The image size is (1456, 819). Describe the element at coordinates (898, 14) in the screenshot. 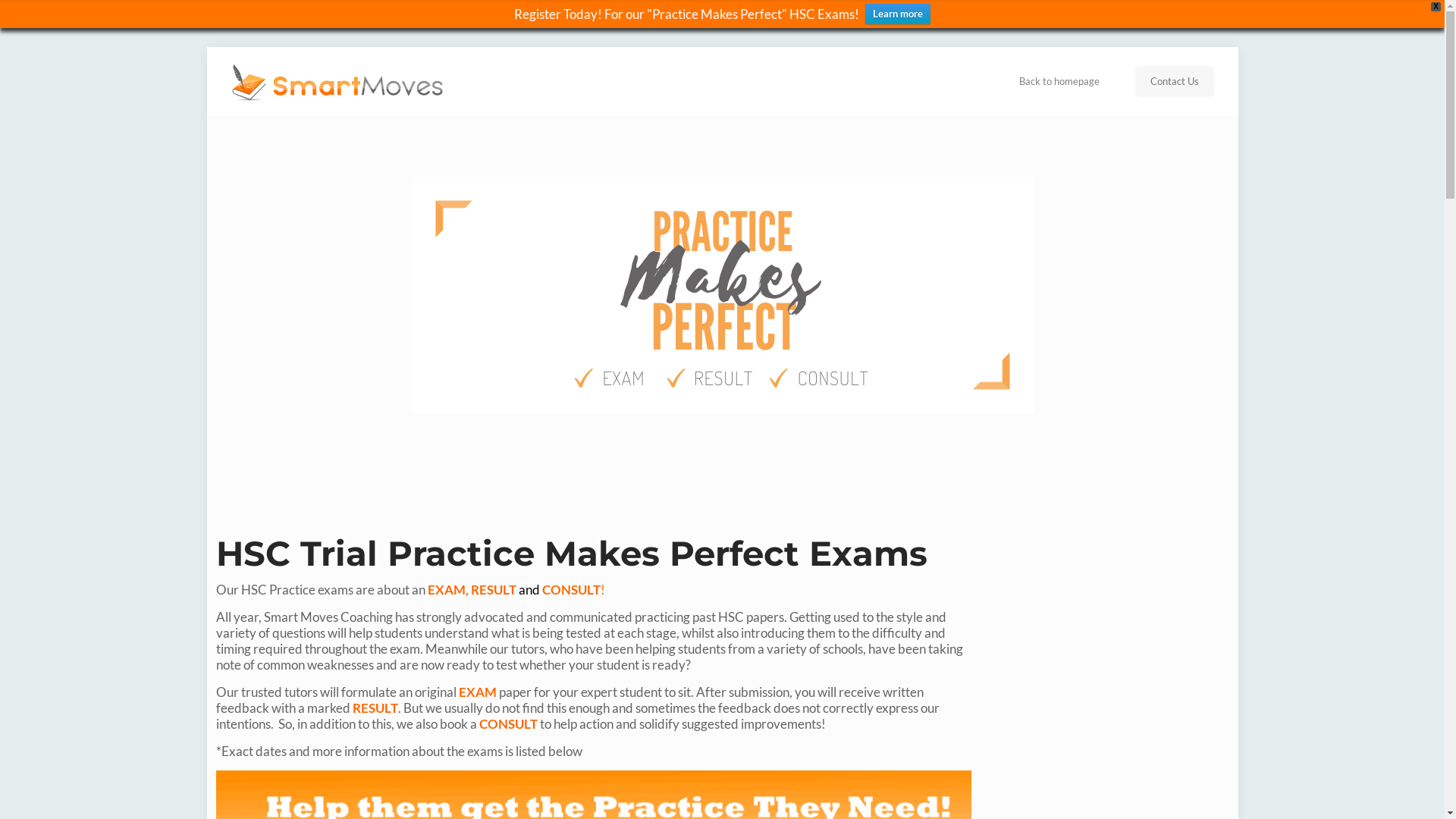

I see `'Learn more'` at that location.